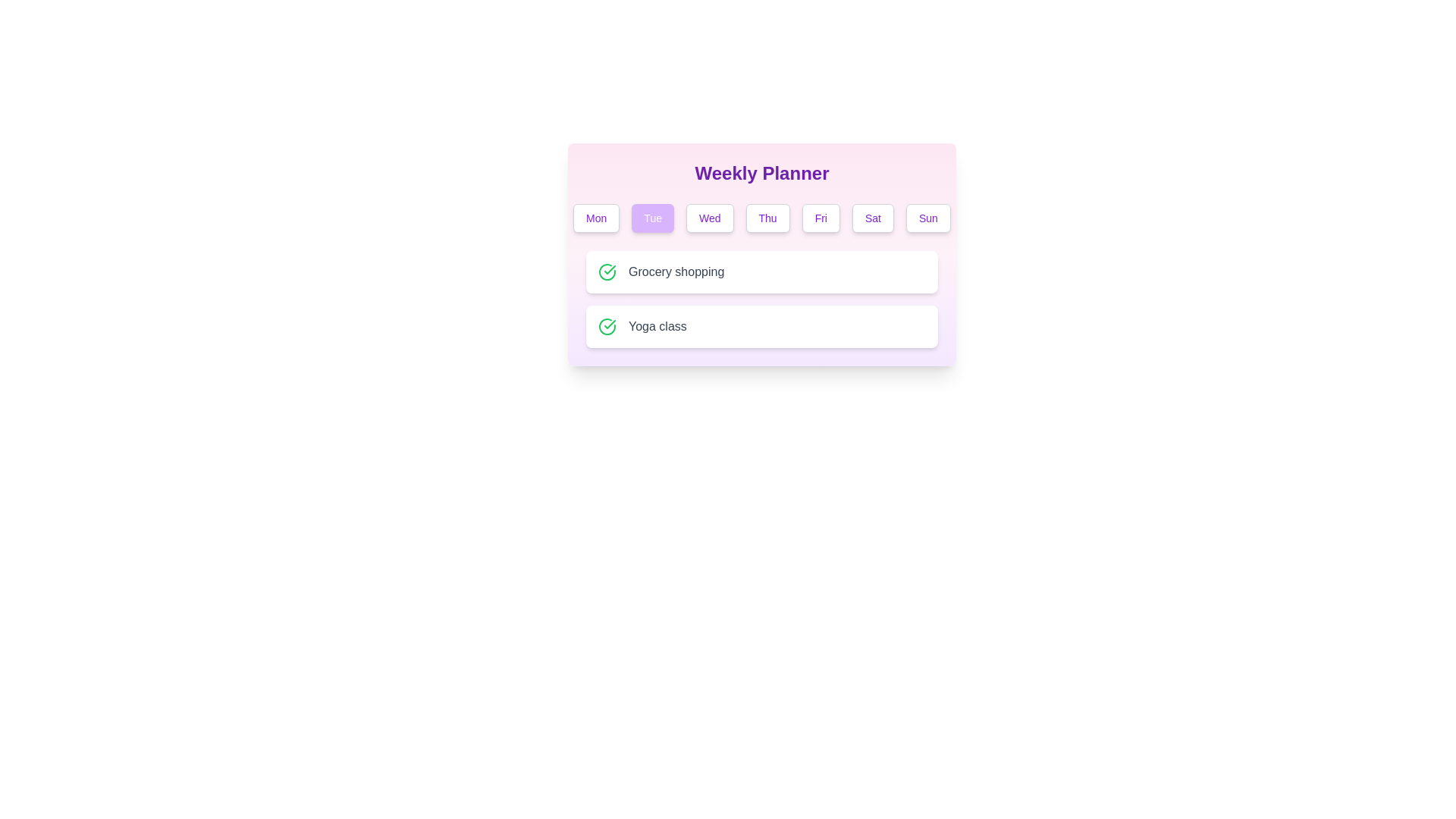 Image resolution: width=1456 pixels, height=819 pixels. What do you see at coordinates (820, 218) in the screenshot?
I see `the button corresponding to Fri to select it` at bounding box center [820, 218].